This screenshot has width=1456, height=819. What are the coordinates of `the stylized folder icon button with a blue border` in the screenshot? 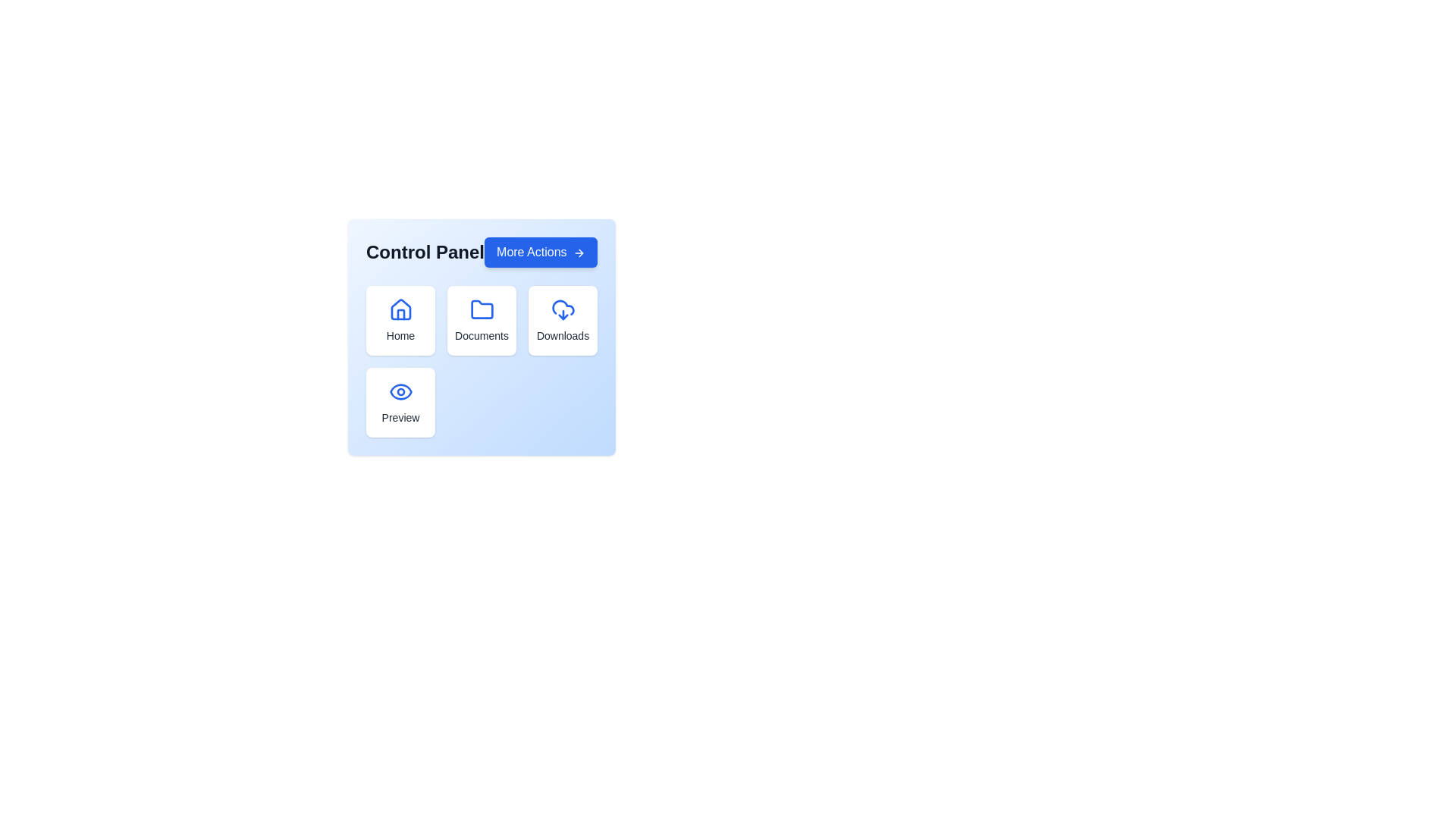 It's located at (481, 309).